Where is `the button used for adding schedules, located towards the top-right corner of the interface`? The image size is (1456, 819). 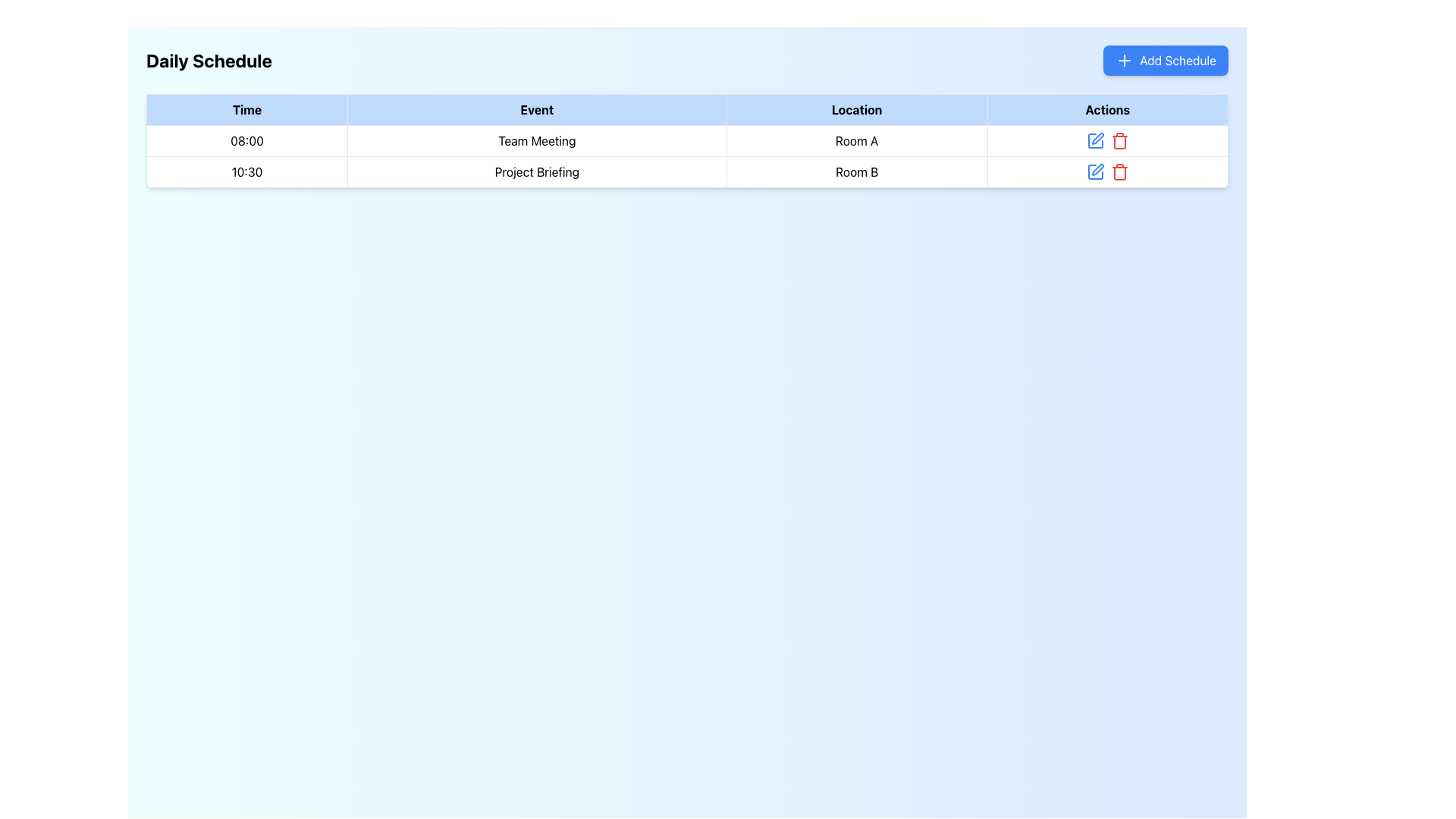 the button used for adding schedules, located towards the top-right corner of the interface is located at coordinates (1165, 60).